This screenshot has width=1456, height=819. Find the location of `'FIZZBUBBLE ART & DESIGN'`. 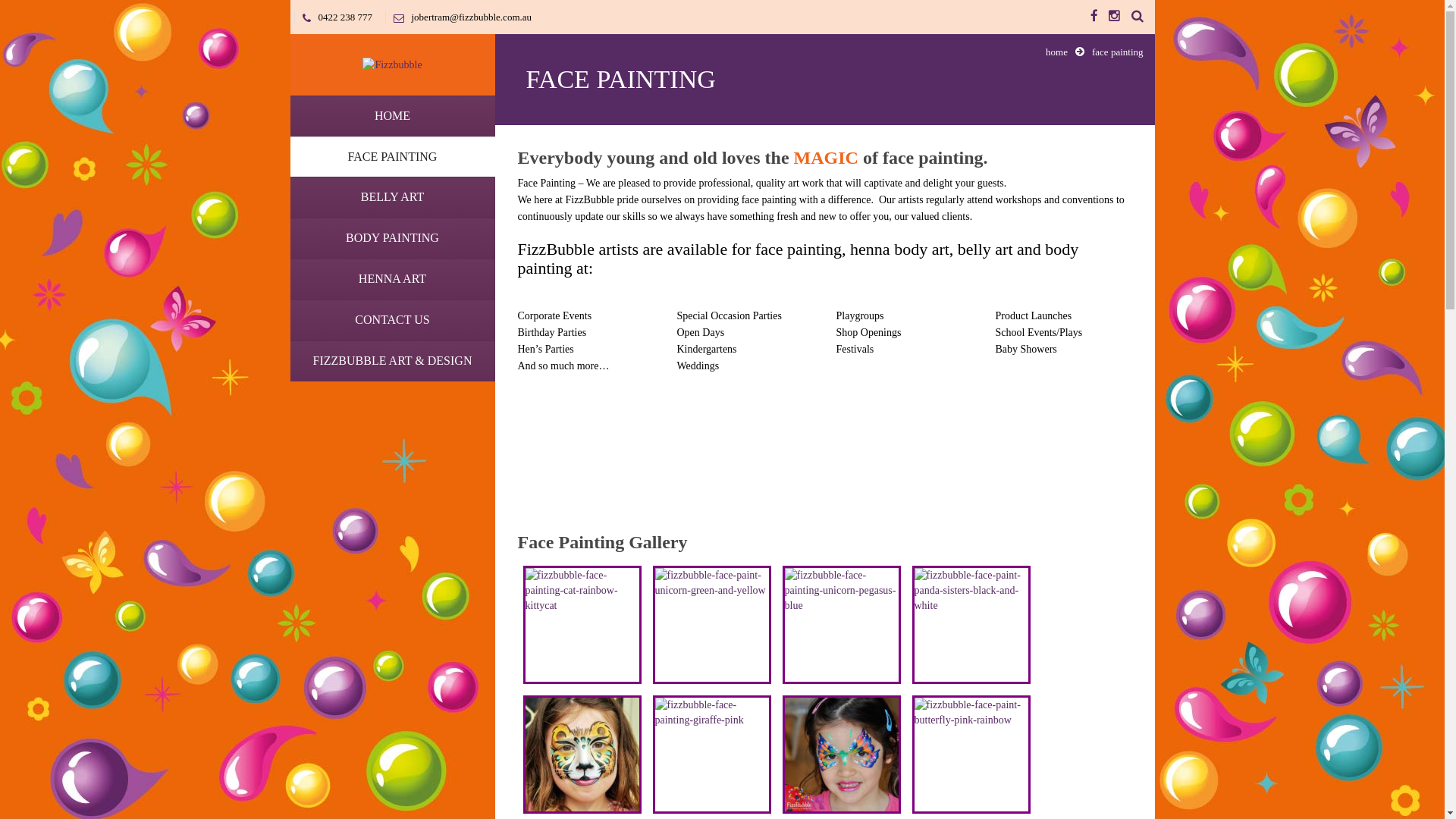

'FIZZBUBBLE ART & DESIGN' is located at coordinates (392, 360).